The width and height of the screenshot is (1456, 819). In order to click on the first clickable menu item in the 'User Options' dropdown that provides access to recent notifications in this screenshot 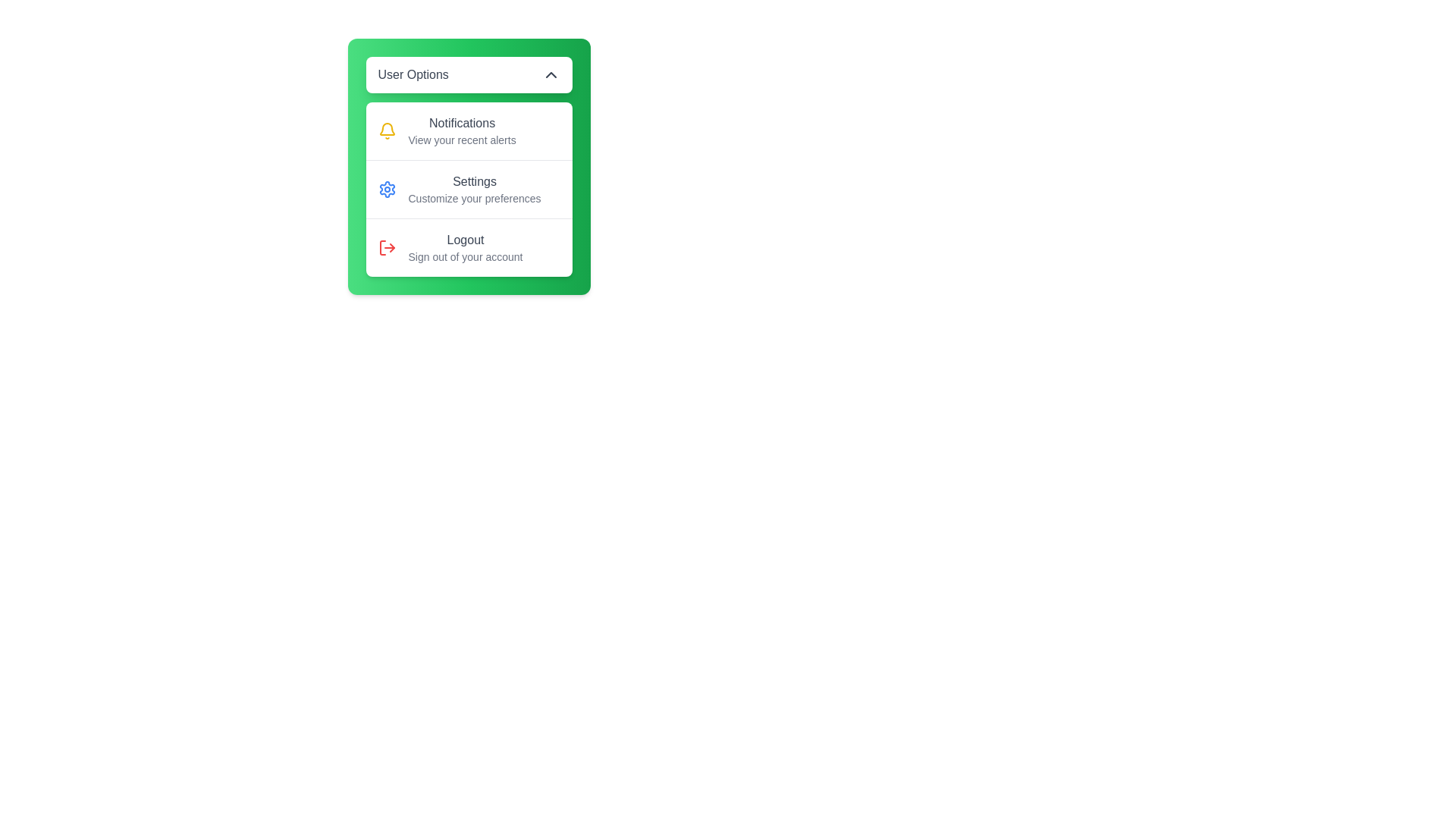, I will do `click(468, 130)`.